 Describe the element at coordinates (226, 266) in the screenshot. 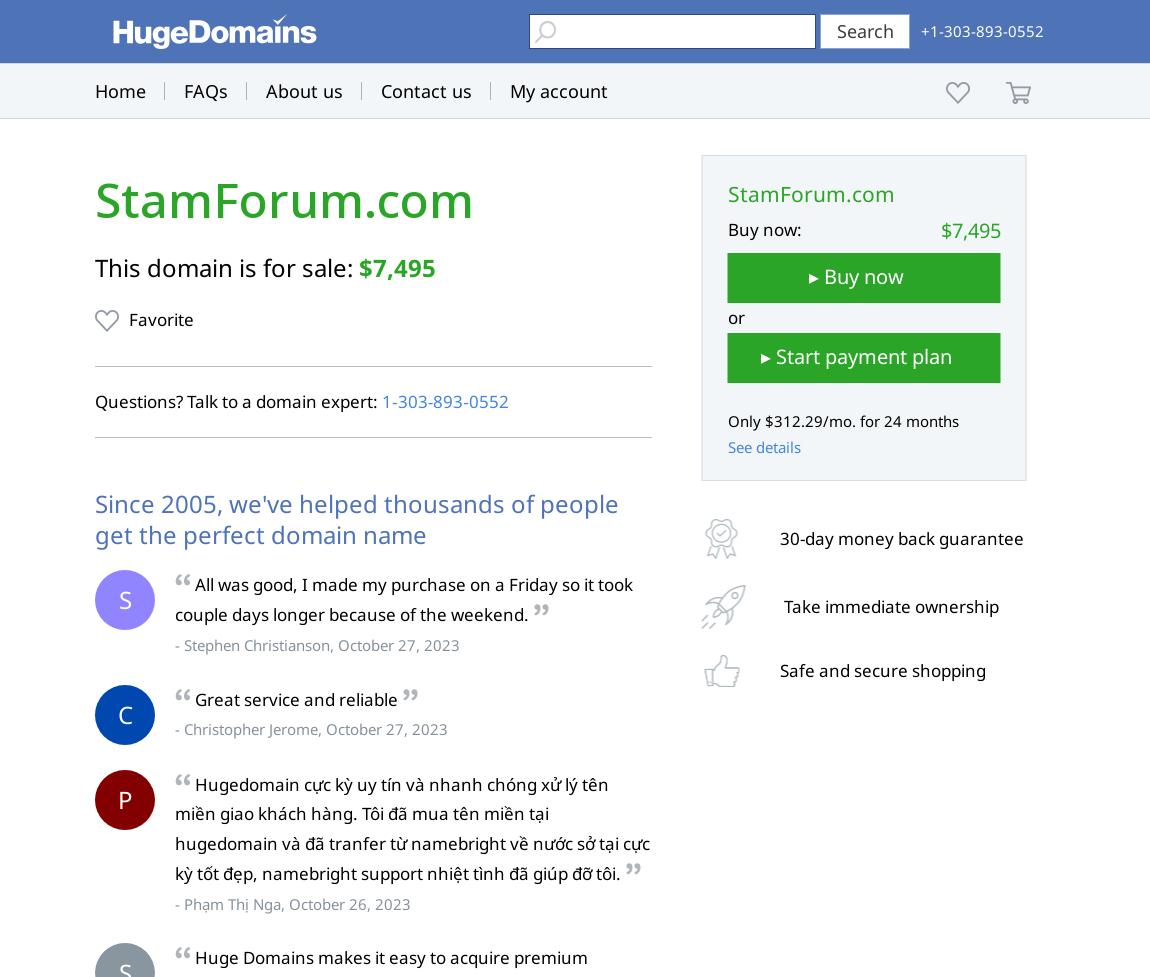

I see `'This domain is for sale:'` at that location.